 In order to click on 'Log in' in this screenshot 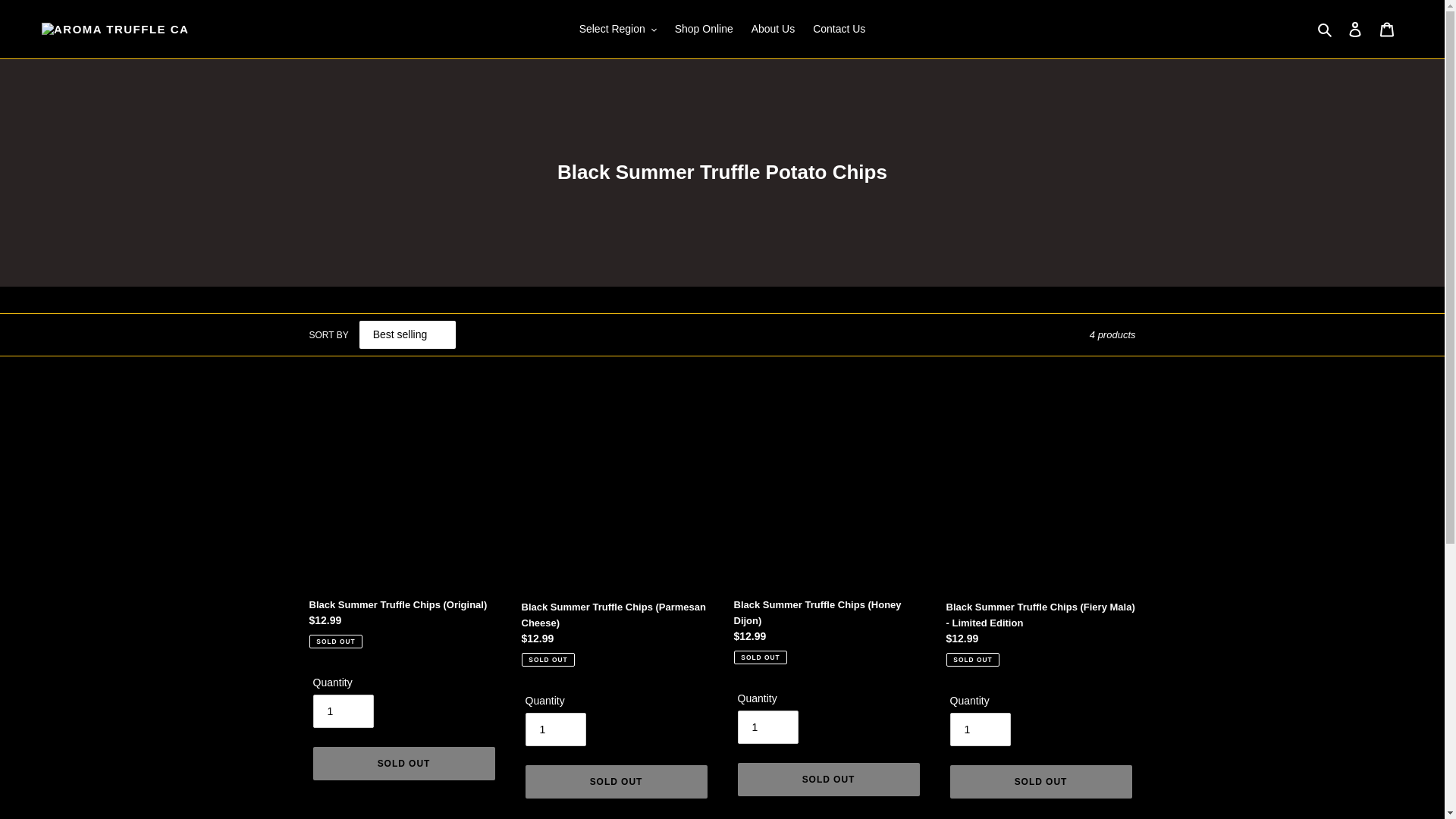, I will do `click(1339, 29)`.